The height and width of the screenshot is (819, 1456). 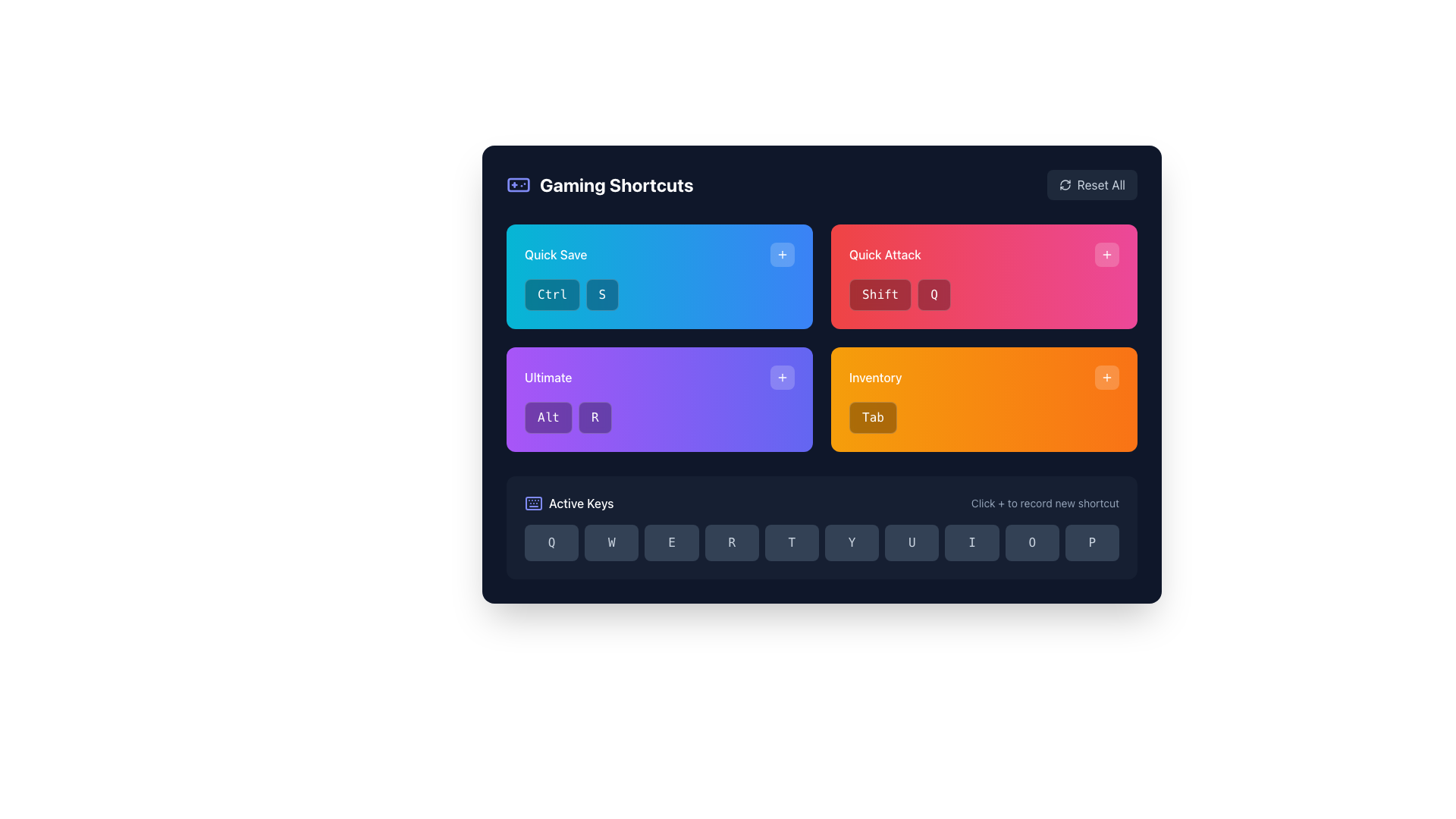 What do you see at coordinates (611, 542) in the screenshot?
I see `the rectangular button with a dark slate grey background and light grey text displaying 'W'` at bounding box center [611, 542].